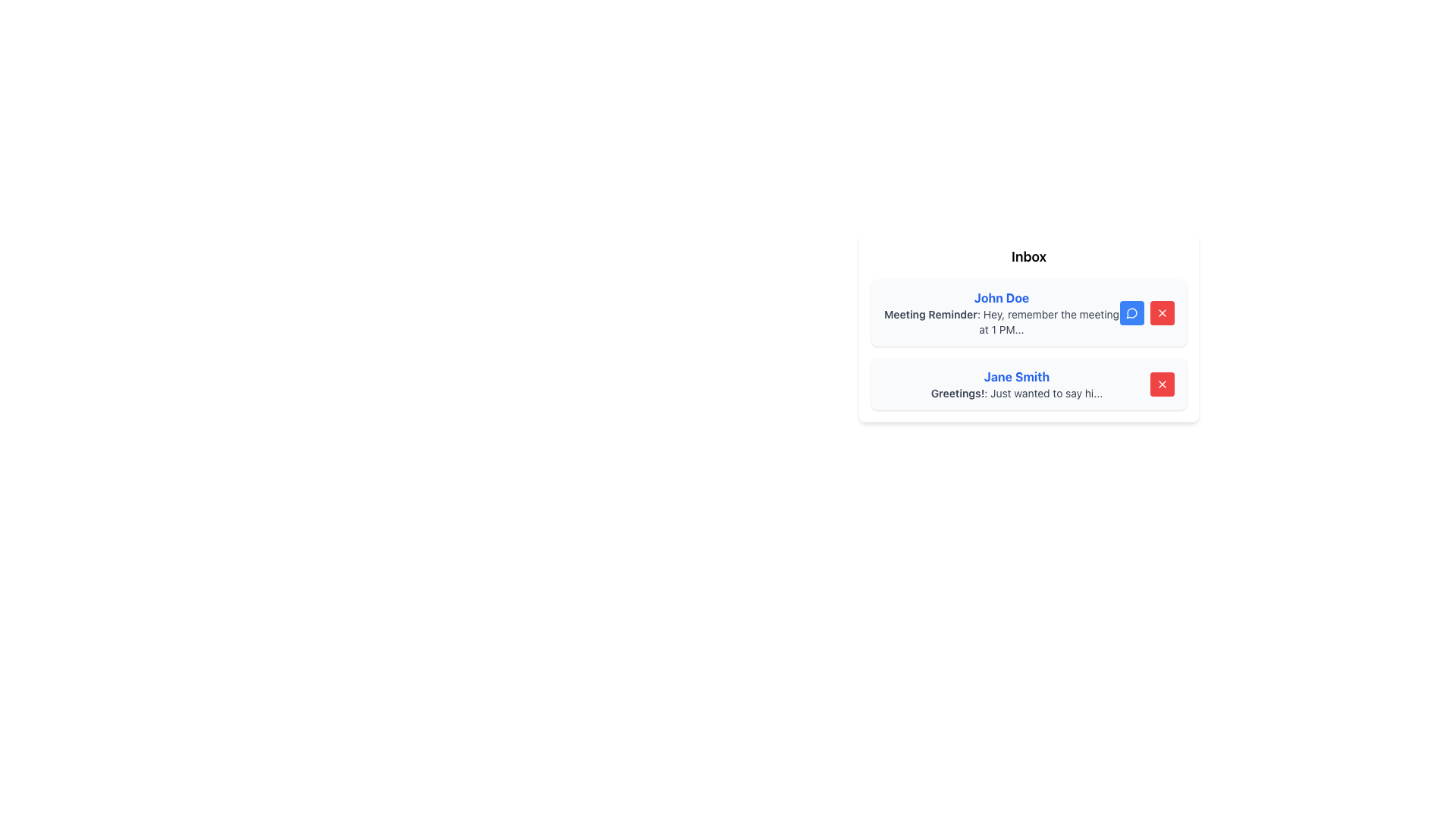 The height and width of the screenshot is (819, 1456). Describe the element at coordinates (1131, 312) in the screenshot. I see `the reply/comment button, which features a speech bubble icon, to receive tooltip feedback` at that location.